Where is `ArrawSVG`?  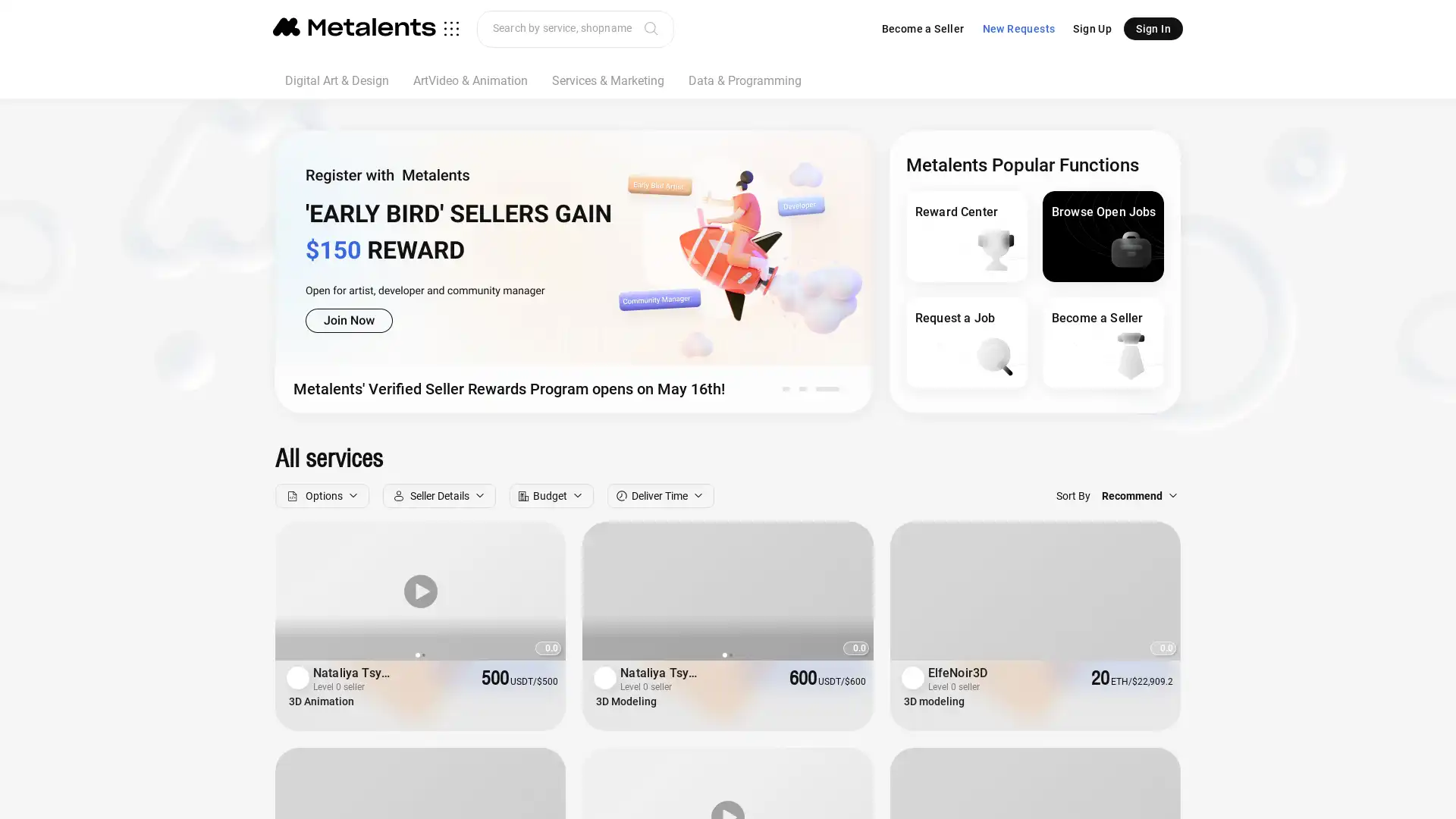
ArrawSVG is located at coordinates (541, 590).